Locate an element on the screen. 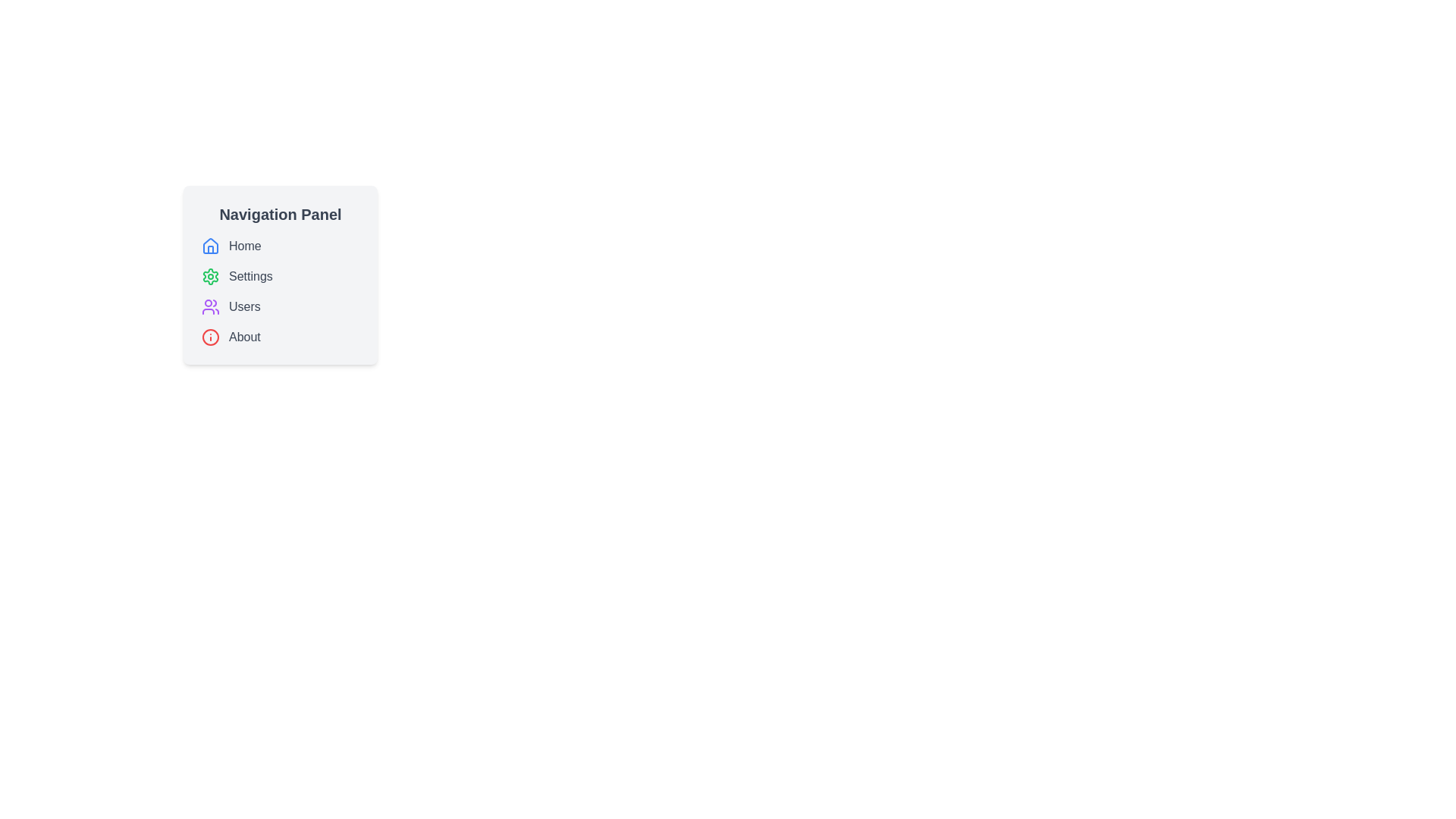 This screenshot has height=819, width=1456. the gear icon representing settings functionality, located to the left of the 'Settings' label in the navigation panel is located at coordinates (210, 277).